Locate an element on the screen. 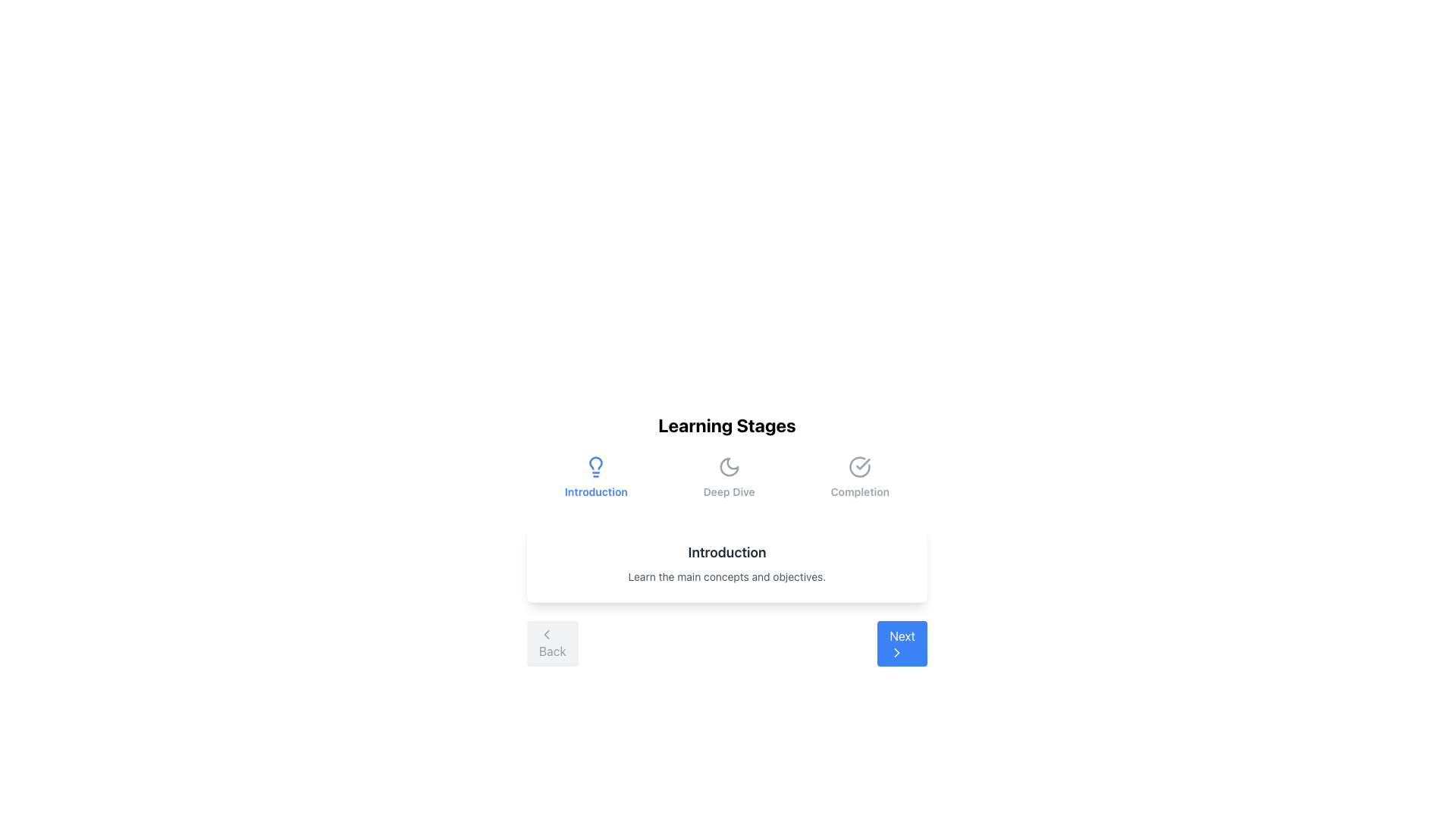 This screenshot has width=1456, height=819. the crescent moon icon within the circular outline located in the 'Deep Dive' section of the interface is located at coordinates (729, 466).